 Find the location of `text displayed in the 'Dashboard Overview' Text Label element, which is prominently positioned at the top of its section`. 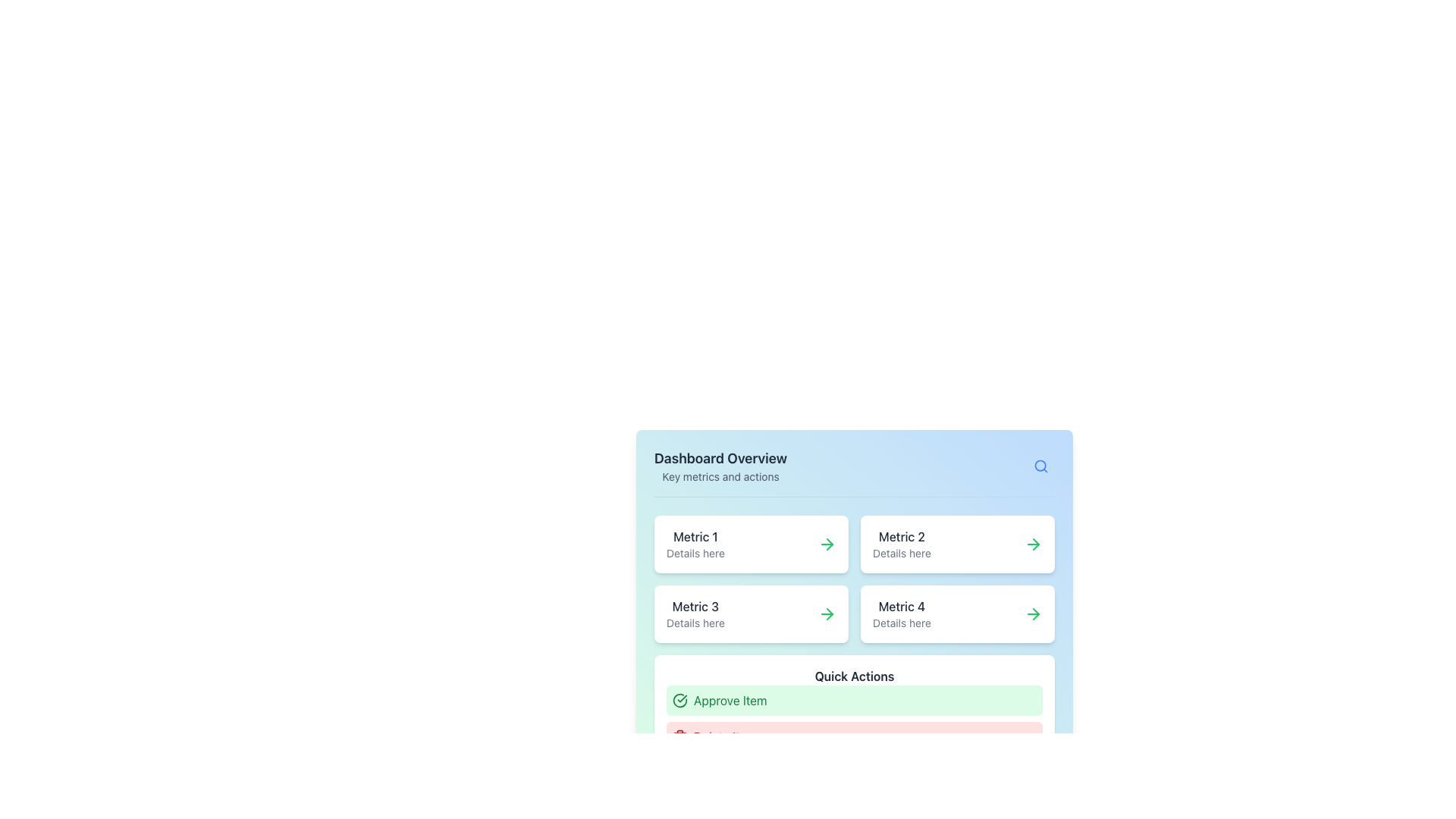

text displayed in the 'Dashboard Overview' Text Label element, which is prominently positioned at the top of its section is located at coordinates (720, 458).